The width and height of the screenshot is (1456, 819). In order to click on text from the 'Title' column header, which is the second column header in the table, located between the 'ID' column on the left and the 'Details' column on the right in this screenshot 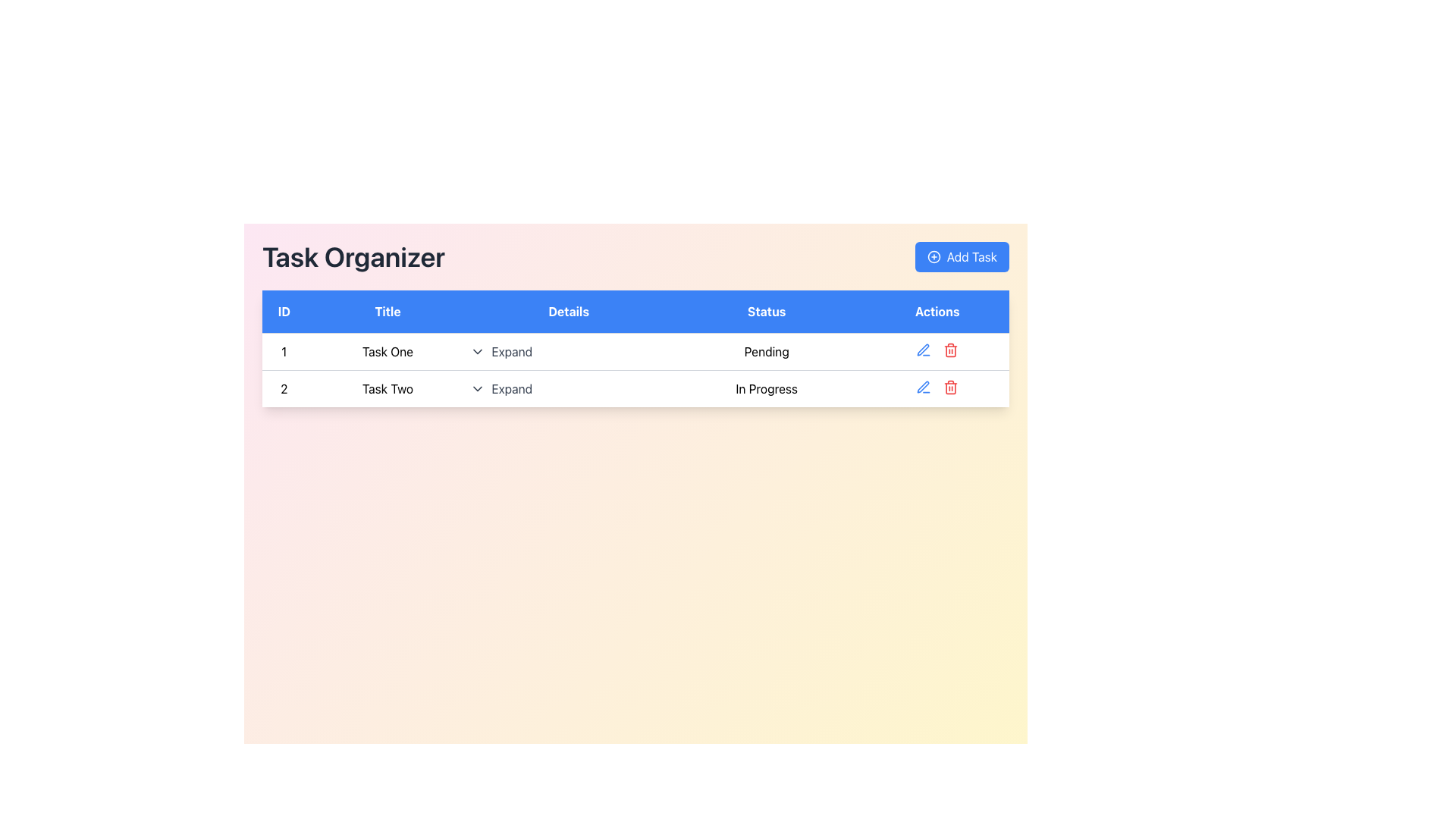, I will do `click(388, 311)`.